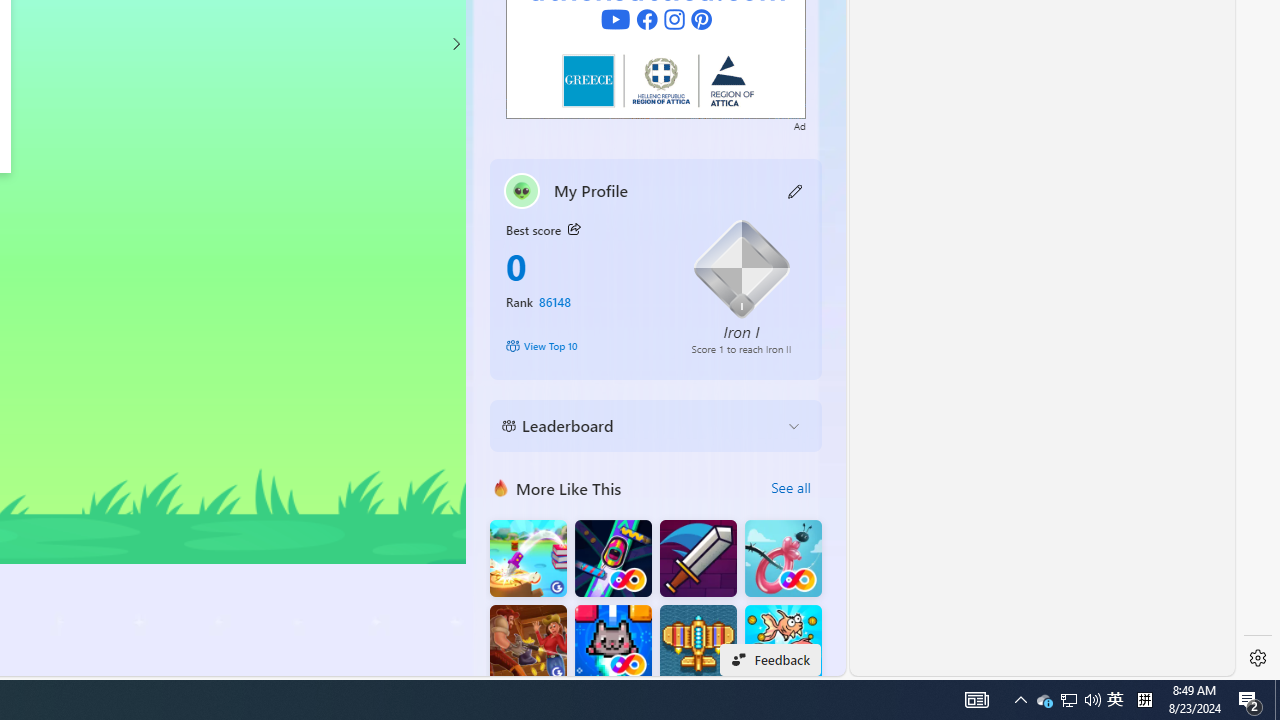  What do you see at coordinates (454, 43) in the screenshot?
I see `'Class: control'` at bounding box center [454, 43].